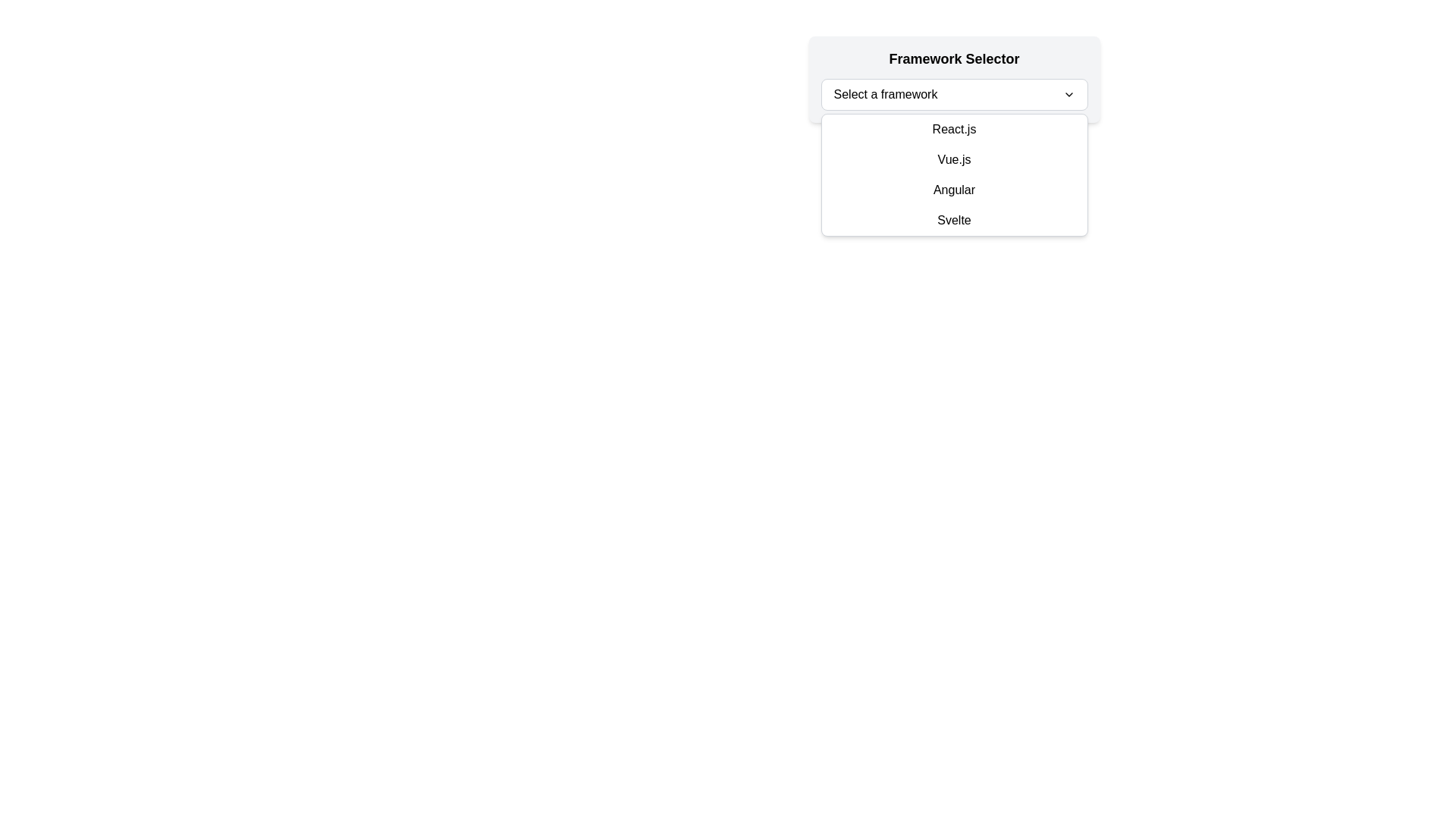 The height and width of the screenshot is (819, 1456). Describe the element at coordinates (953, 128) in the screenshot. I see `the first item in the dropdown menu` at that location.